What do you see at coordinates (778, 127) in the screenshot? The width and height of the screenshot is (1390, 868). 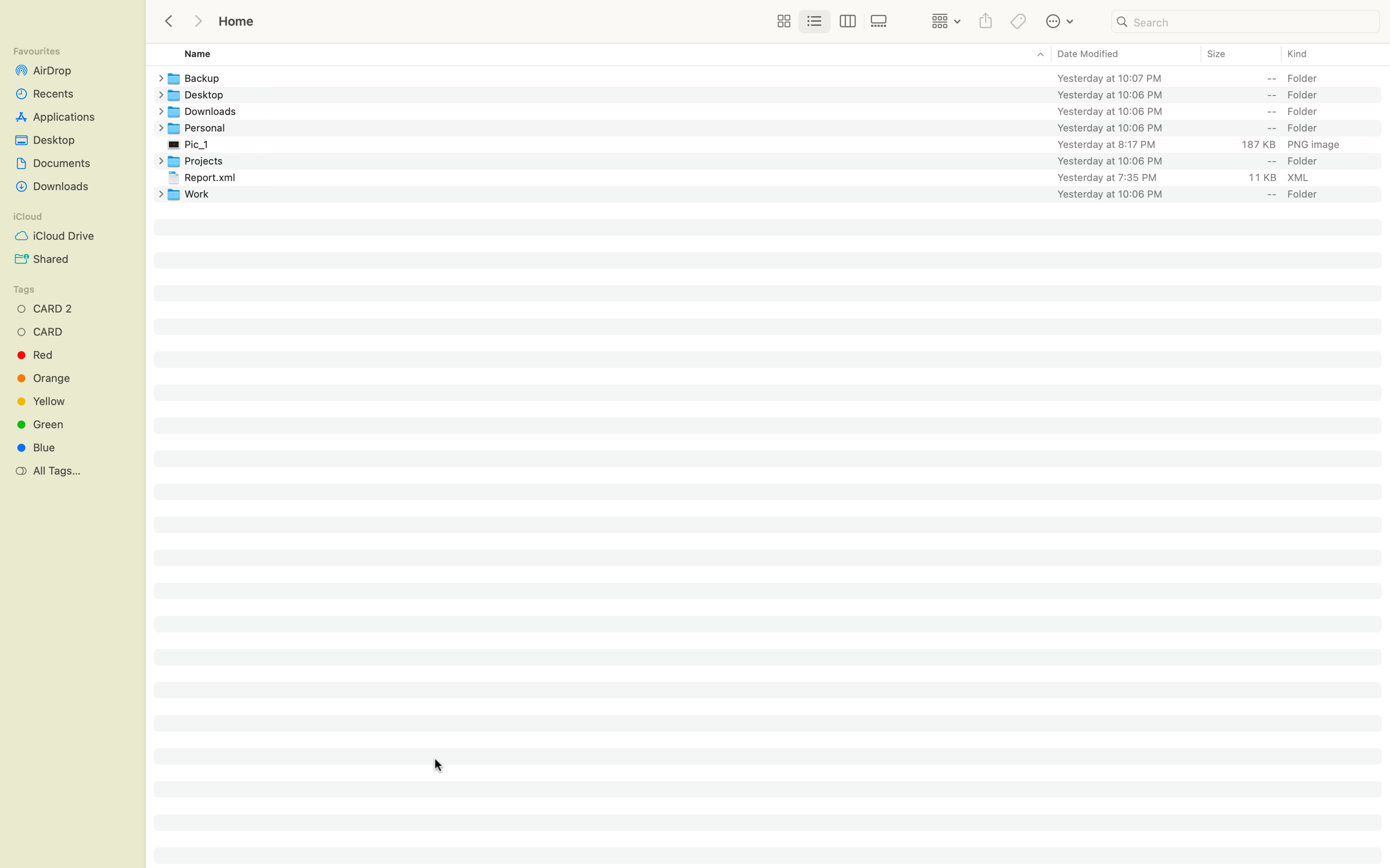 I see `the Personal folder and then go back to the previous folder` at bounding box center [778, 127].